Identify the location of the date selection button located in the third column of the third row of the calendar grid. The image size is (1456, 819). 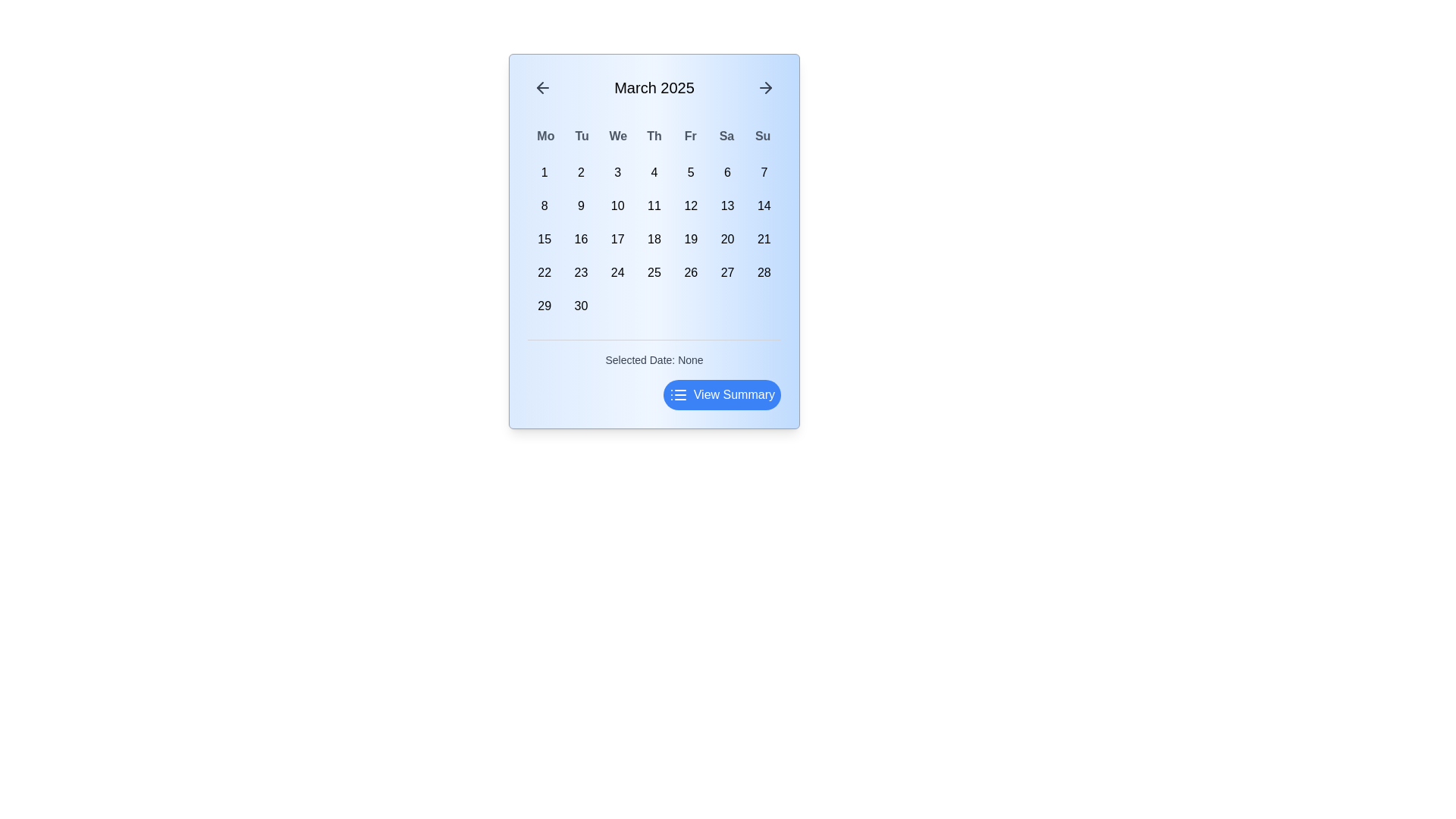
(617, 239).